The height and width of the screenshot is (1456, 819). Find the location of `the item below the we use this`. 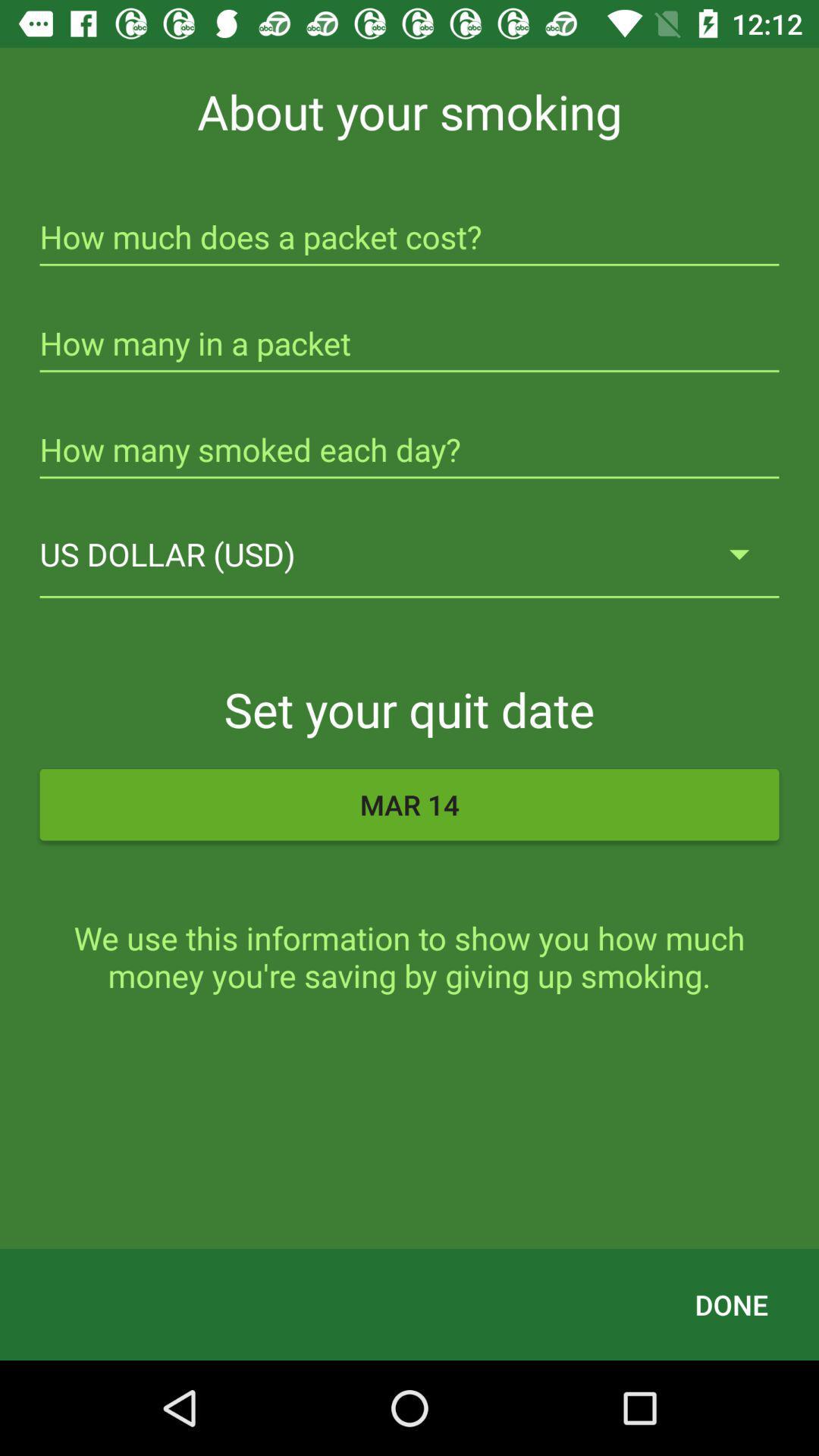

the item below the we use this is located at coordinates (730, 1304).